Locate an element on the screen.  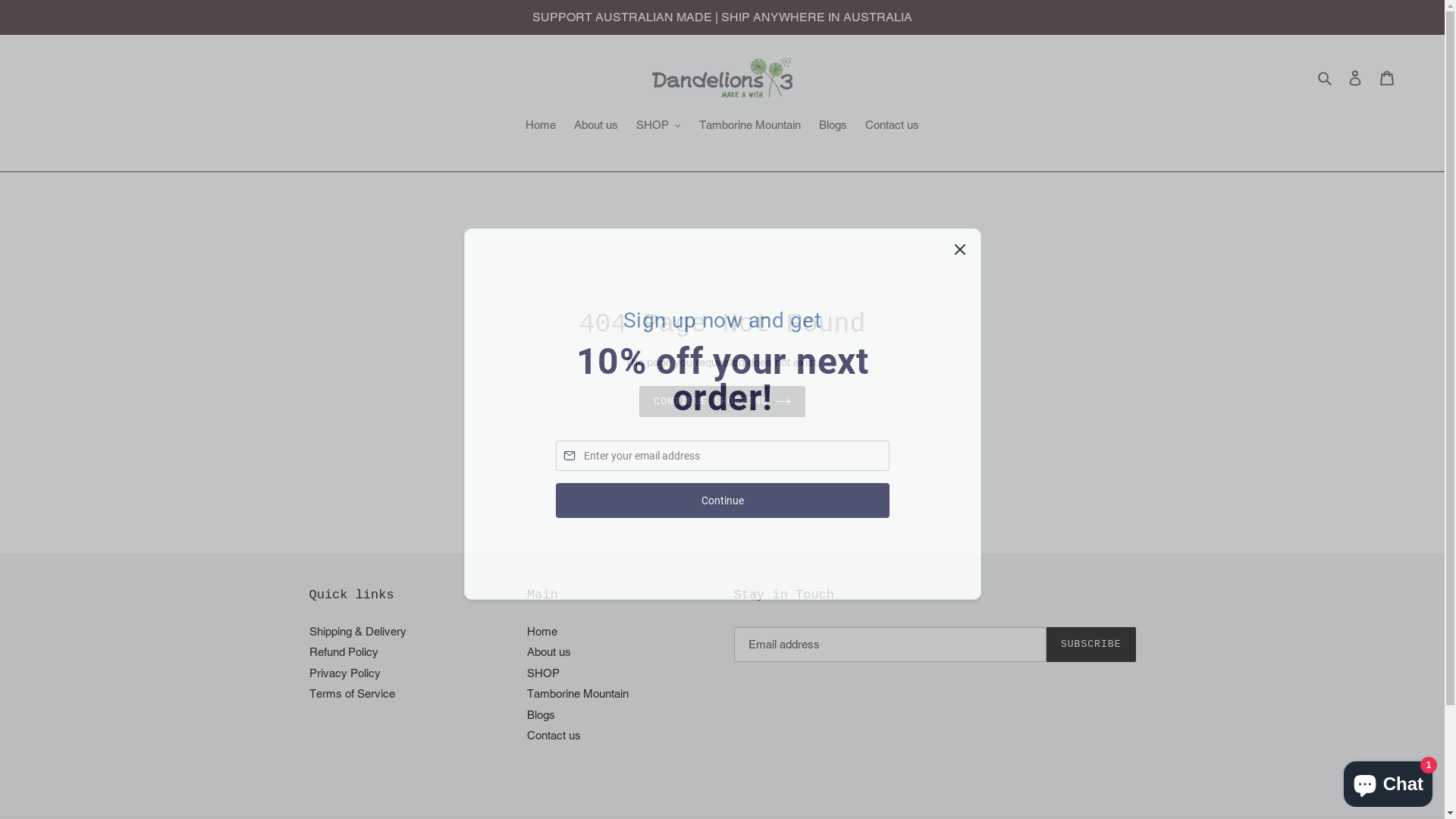
'About us' is located at coordinates (595, 125).